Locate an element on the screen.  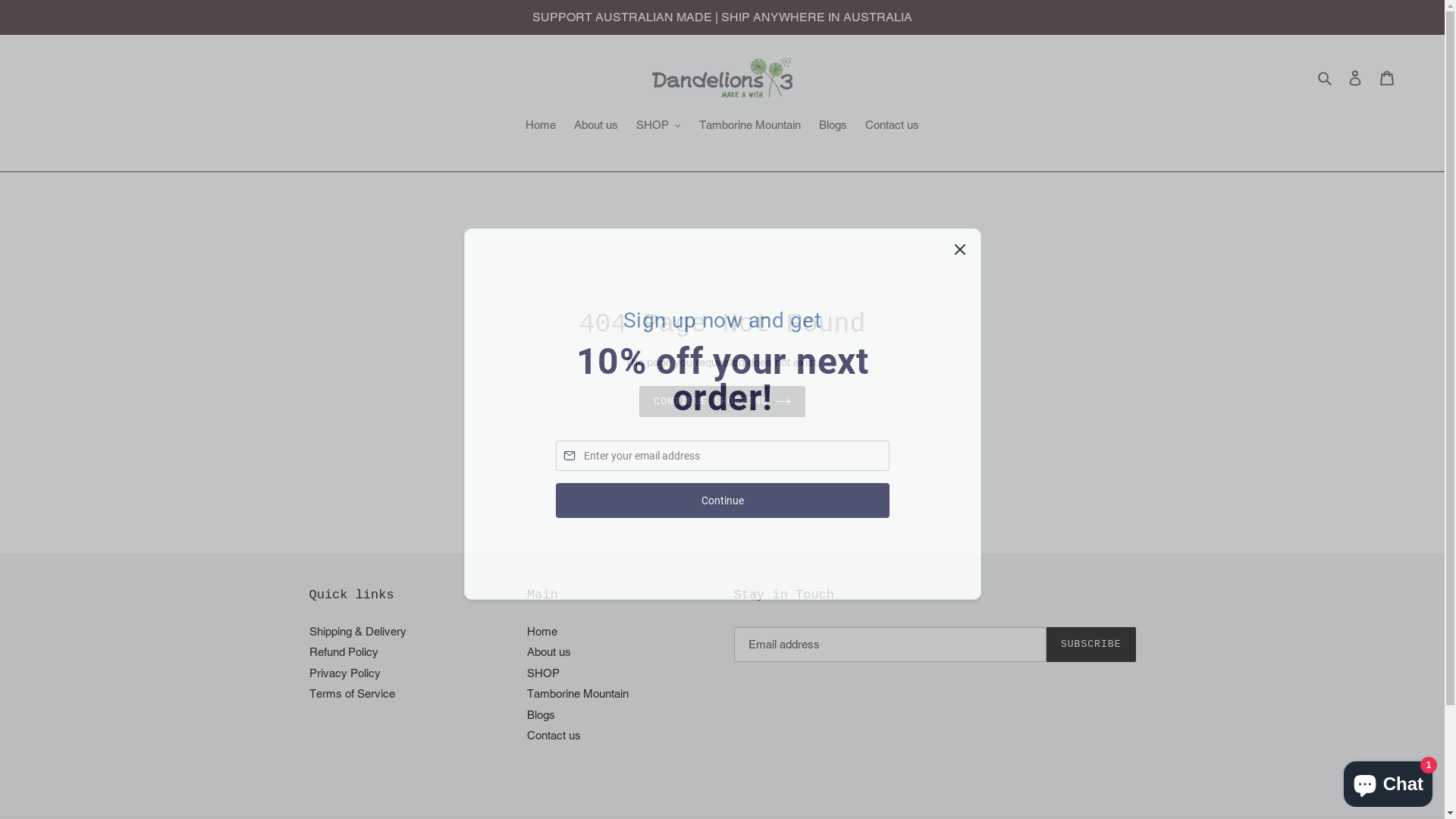
'About us' is located at coordinates (595, 125).